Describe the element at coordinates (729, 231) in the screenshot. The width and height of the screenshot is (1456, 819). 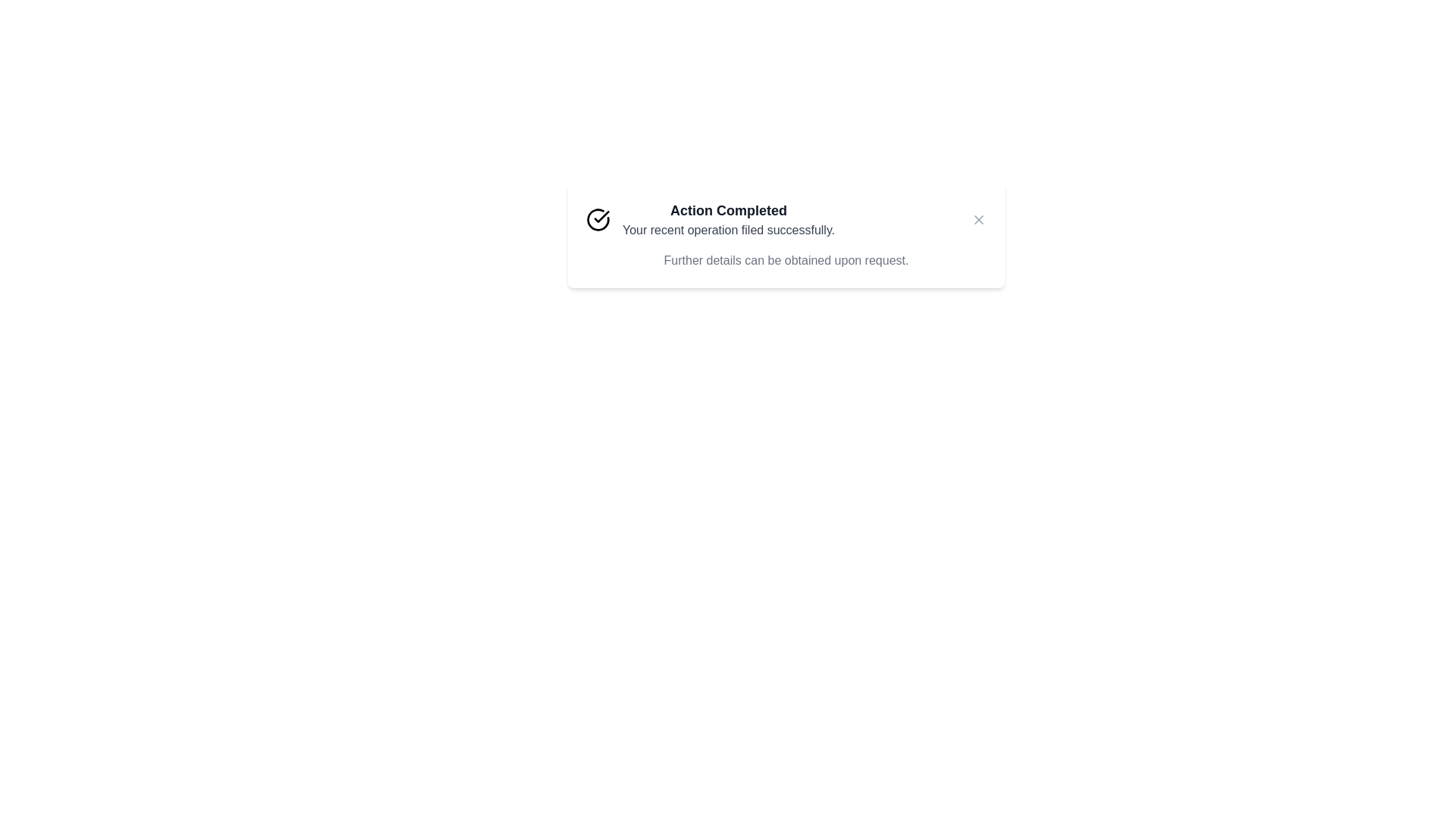
I see `informational text label displaying 'Your recent operation filed successfully.' located below the header 'Action Completed'` at that location.